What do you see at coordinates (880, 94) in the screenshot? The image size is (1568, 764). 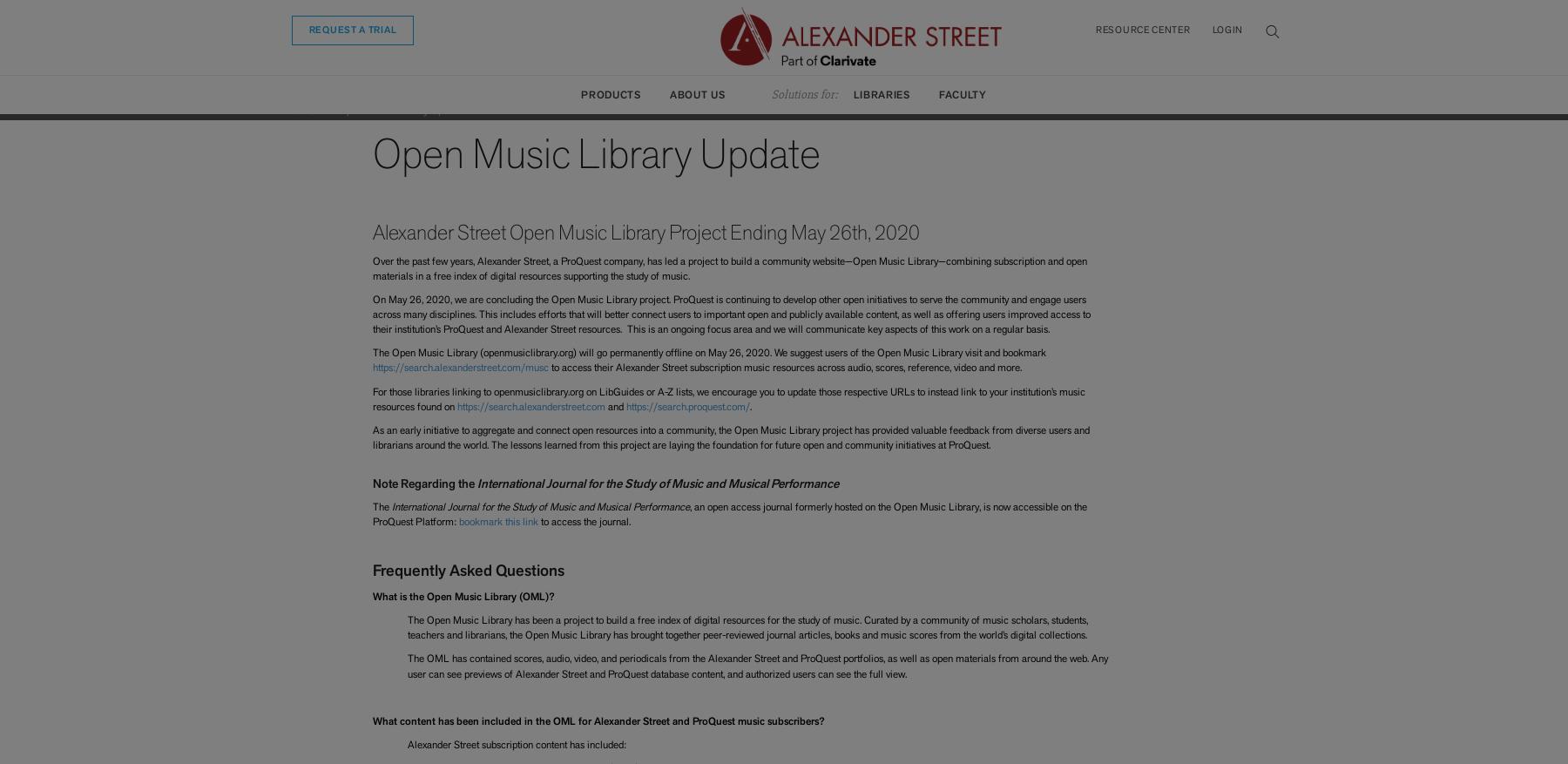 I see `'Libraries'` at bounding box center [880, 94].